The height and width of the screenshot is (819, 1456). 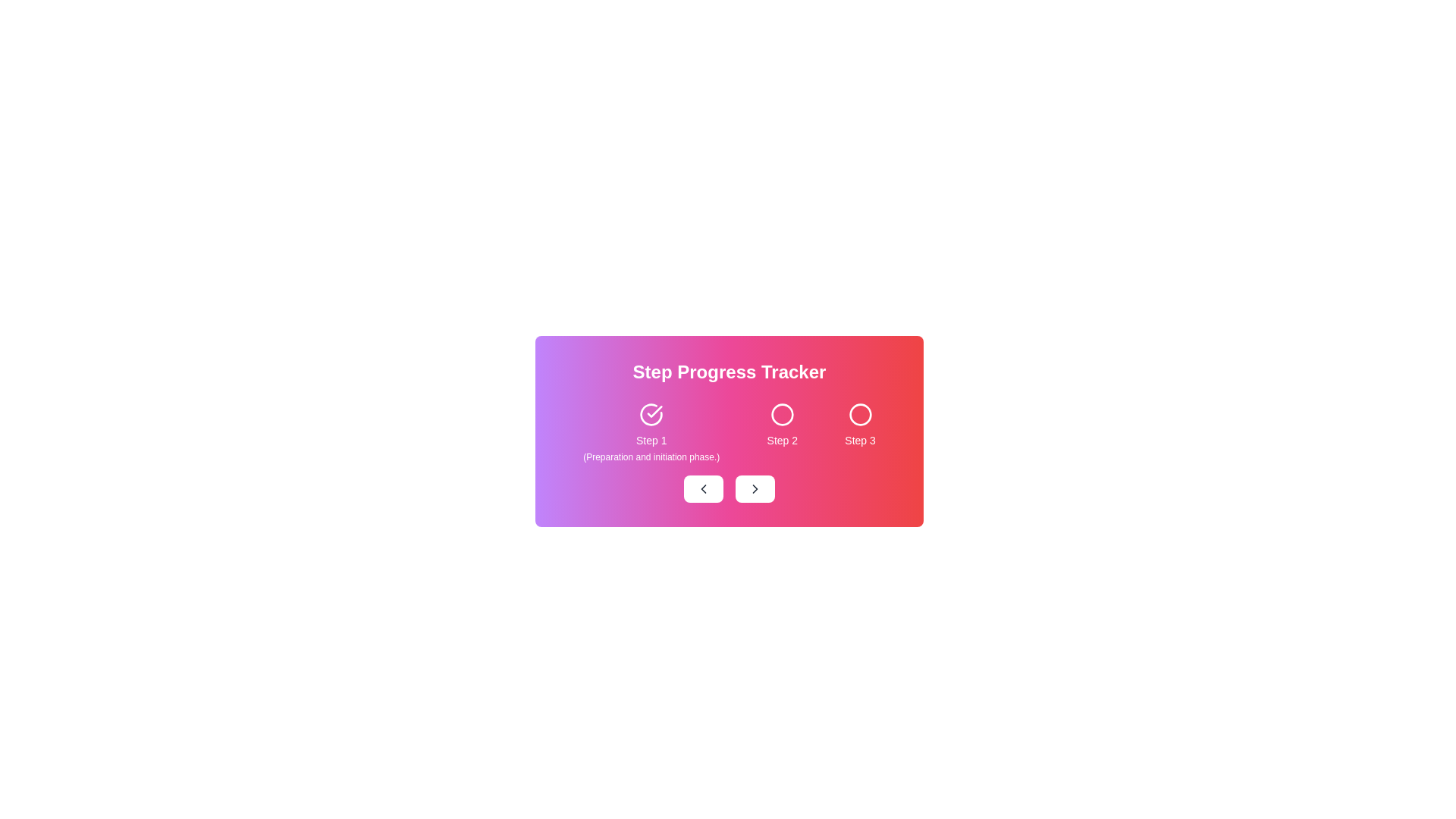 What do you see at coordinates (860, 441) in the screenshot?
I see `the text label displaying 'Step 3' in white color, which is positioned below a circular icon in a vertically aligned group, representing the third step in a progress tracker` at bounding box center [860, 441].